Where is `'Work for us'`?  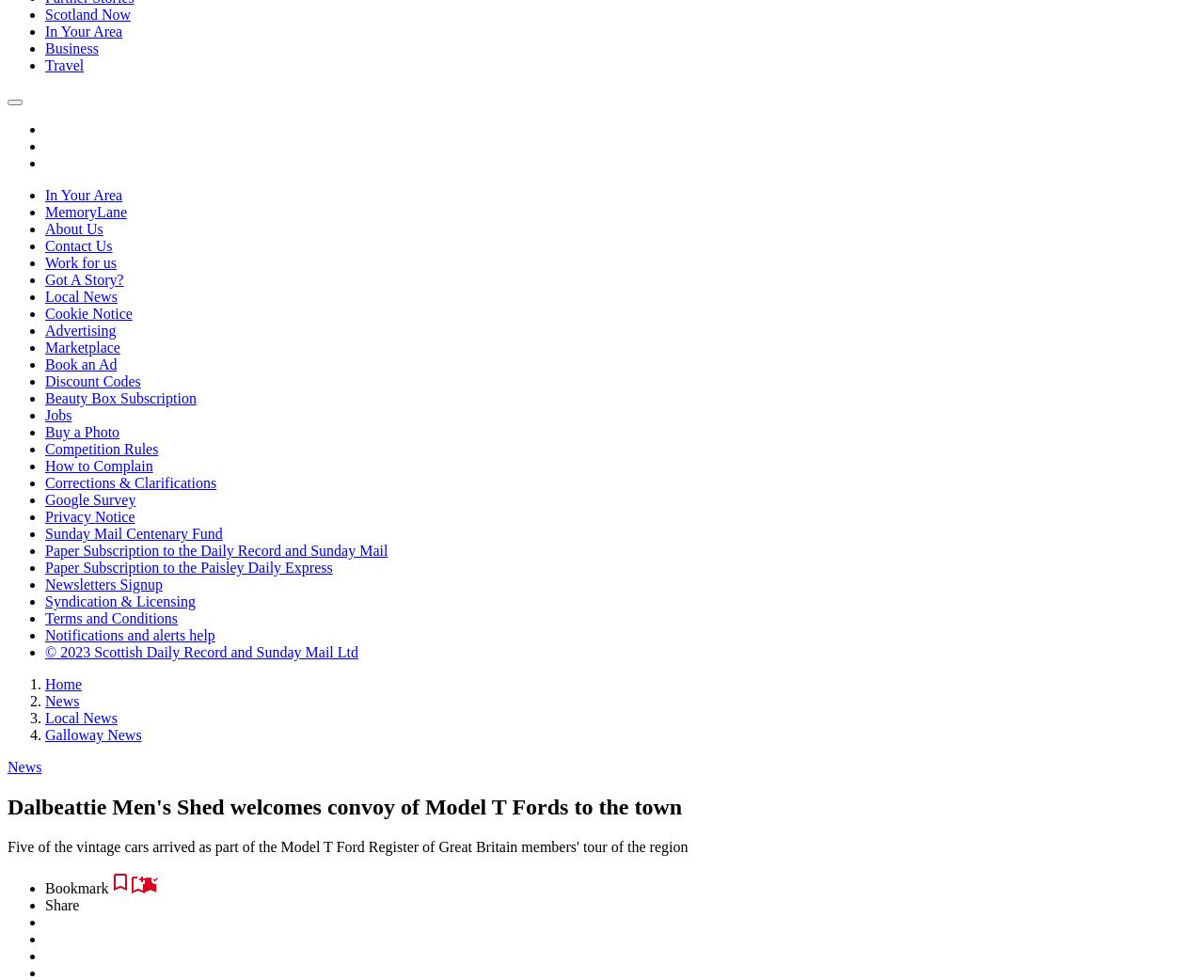 'Work for us' is located at coordinates (45, 262).